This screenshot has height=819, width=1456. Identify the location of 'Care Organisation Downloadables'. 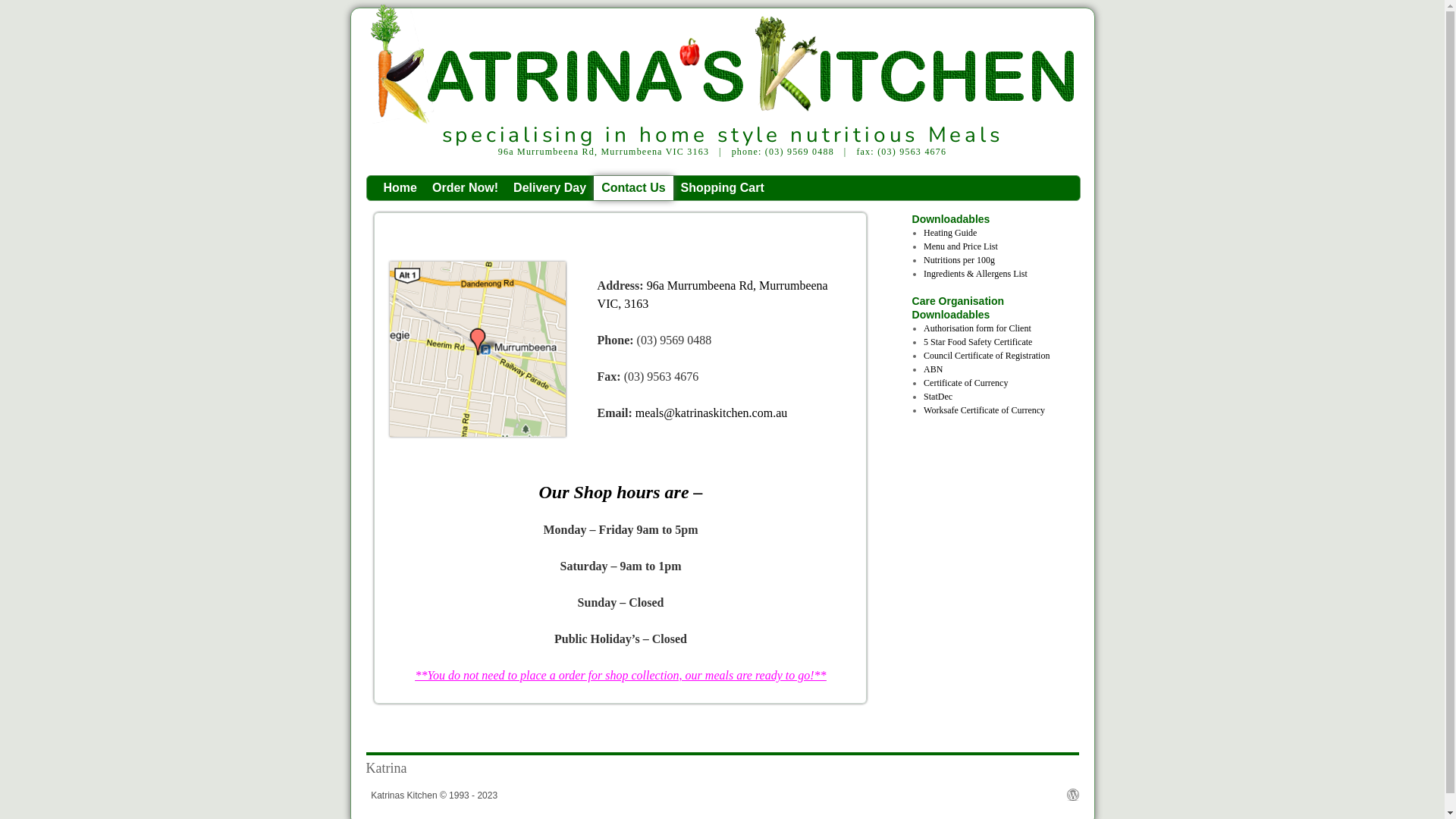
(987, 307).